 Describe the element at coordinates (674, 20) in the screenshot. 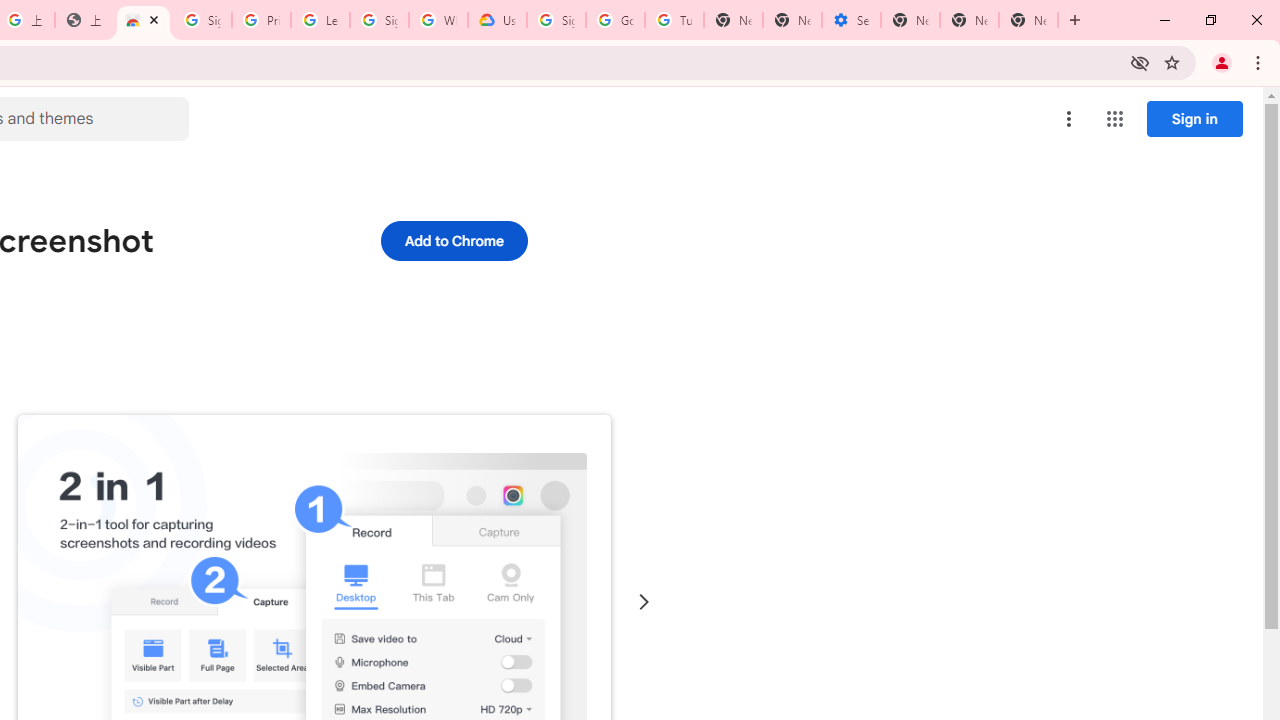

I see `'Turn cookies on or off - Computer - Google Account Help'` at that location.